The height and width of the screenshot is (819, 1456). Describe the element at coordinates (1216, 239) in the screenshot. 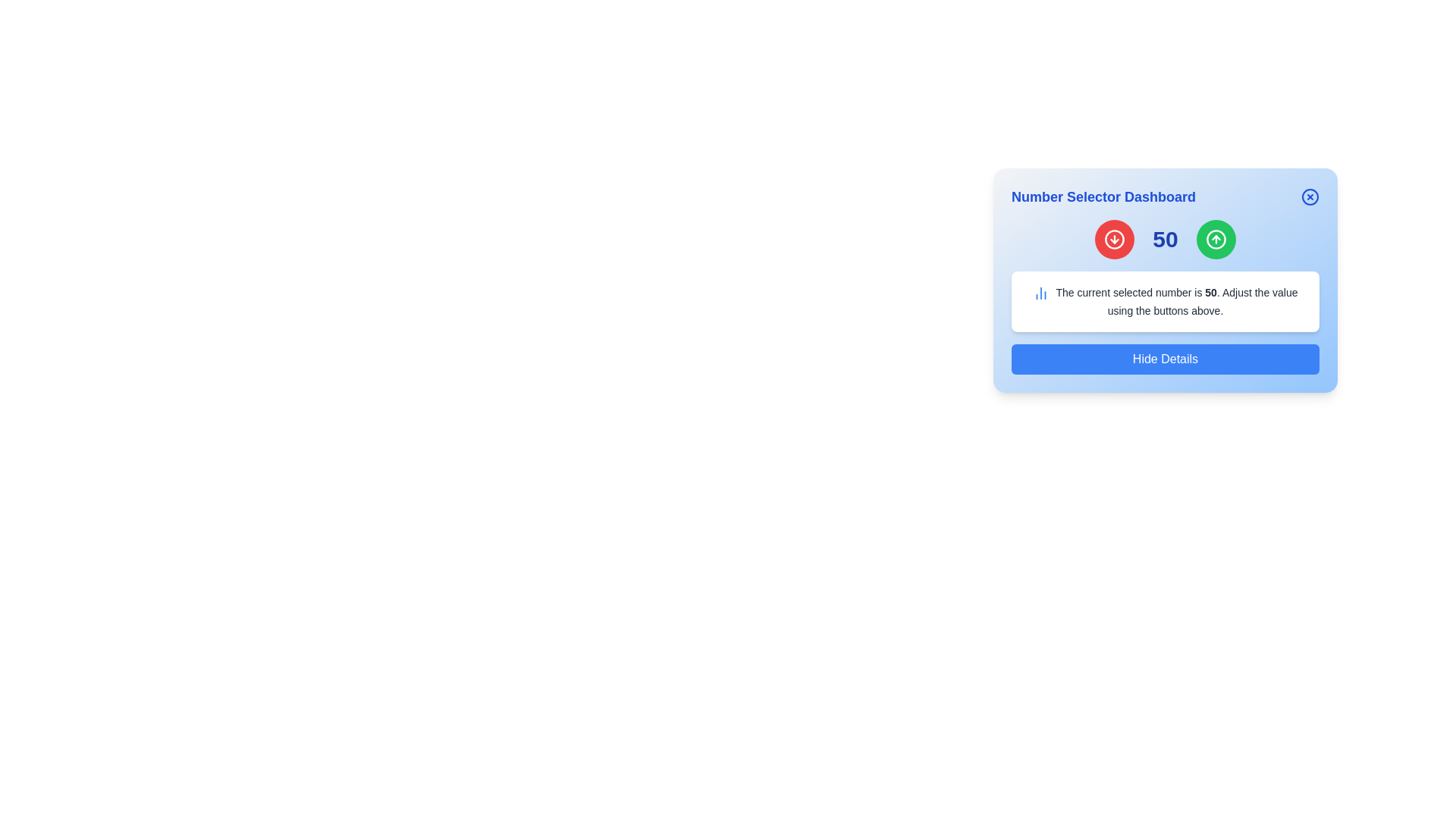

I see `the increment button located on the right side of a horizontal grouping of controls, next to the numeric display '50' and the downward-pointing arrow button` at that location.